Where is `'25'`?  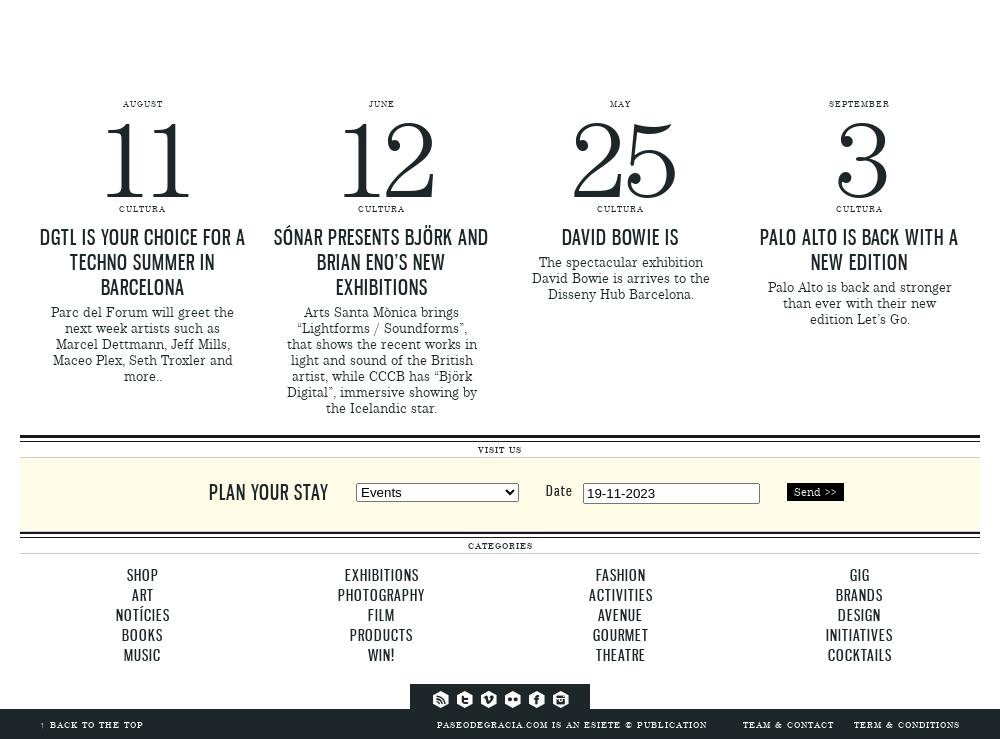
'25' is located at coordinates (619, 160).